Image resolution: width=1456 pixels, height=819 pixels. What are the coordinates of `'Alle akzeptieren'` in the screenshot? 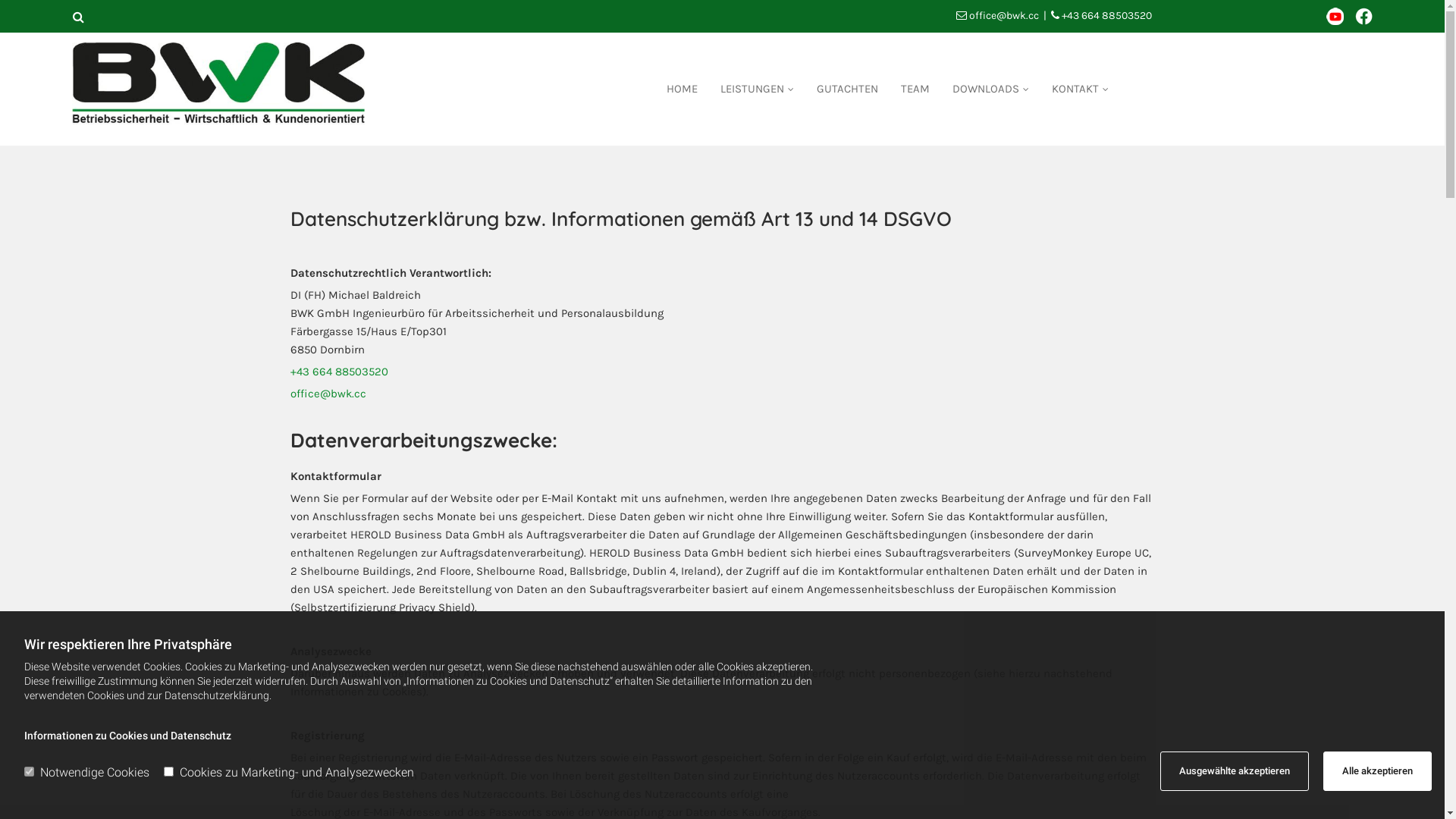 It's located at (1377, 771).